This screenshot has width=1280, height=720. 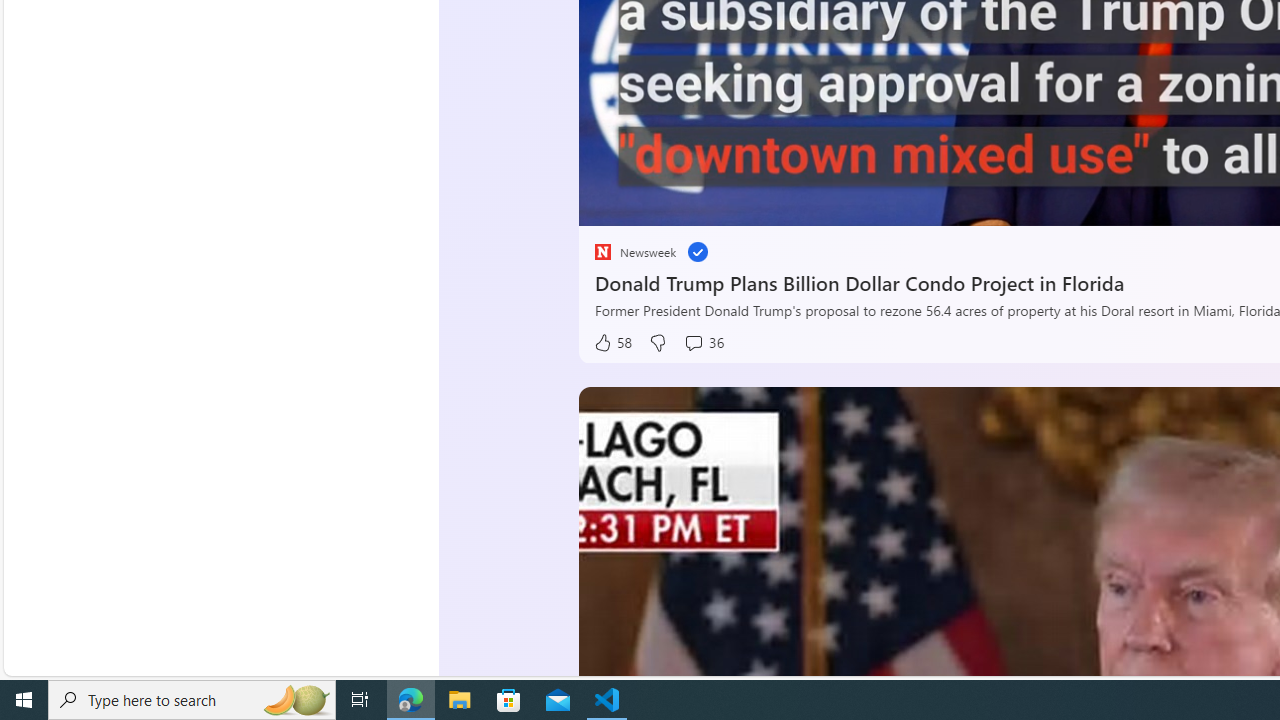 What do you see at coordinates (610, 342) in the screenshot?
I see `'58 Like'` at bounding box center [610, 342].